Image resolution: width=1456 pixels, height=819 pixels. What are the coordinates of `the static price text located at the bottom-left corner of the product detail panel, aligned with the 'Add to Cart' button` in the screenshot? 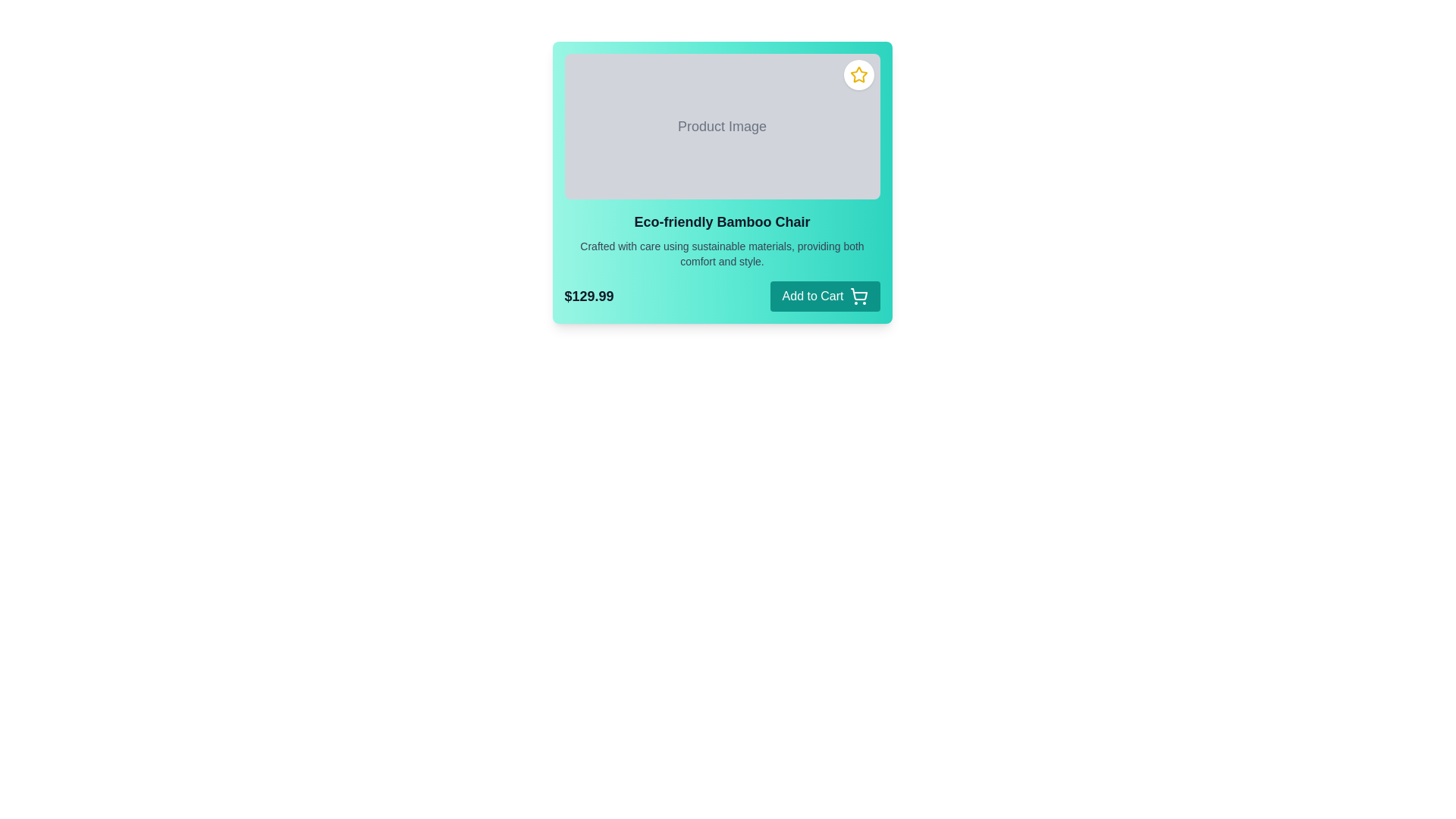 It's located at (588, 296).